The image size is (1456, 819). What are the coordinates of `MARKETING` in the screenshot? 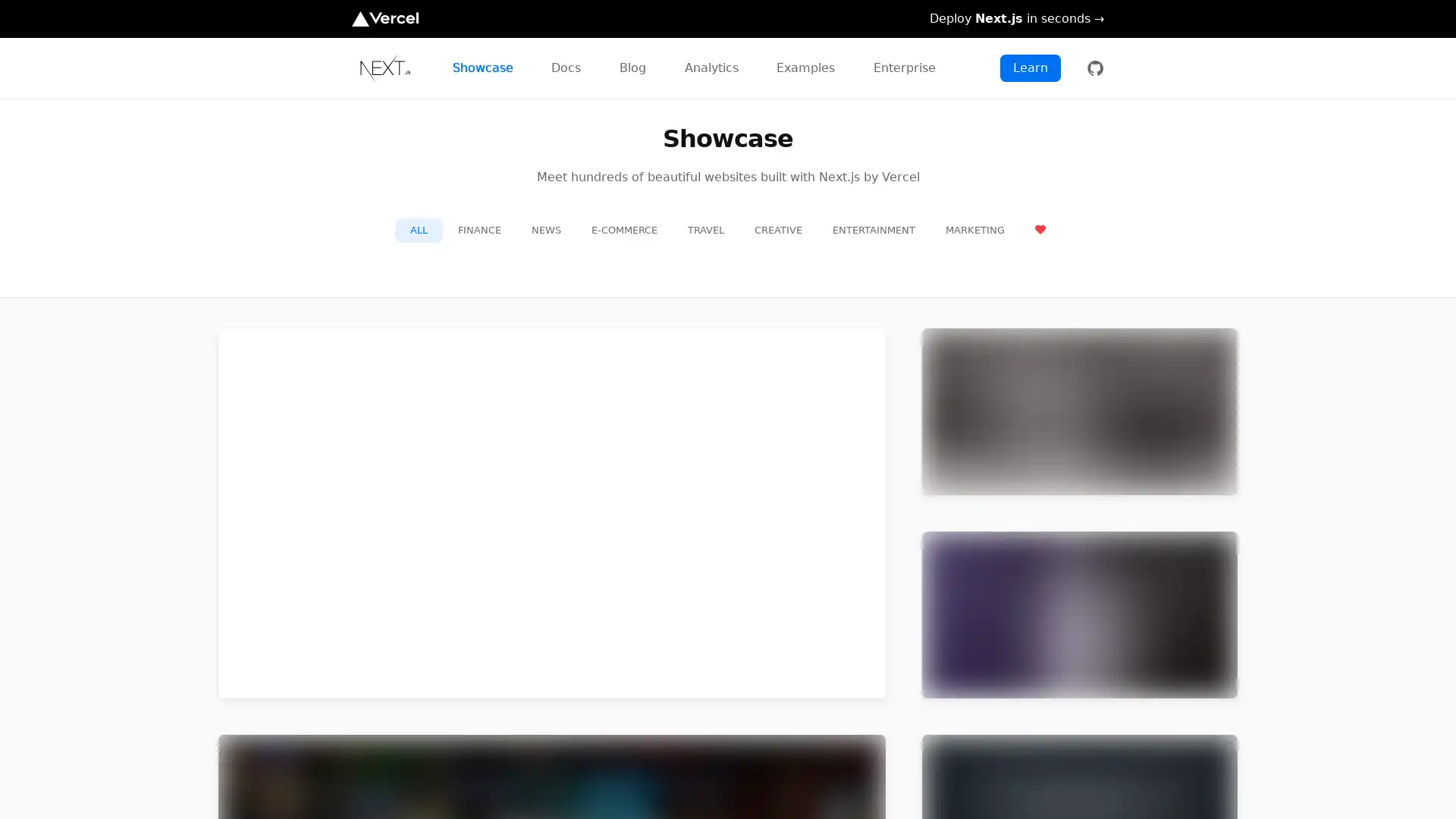 It's located at (975, 230).